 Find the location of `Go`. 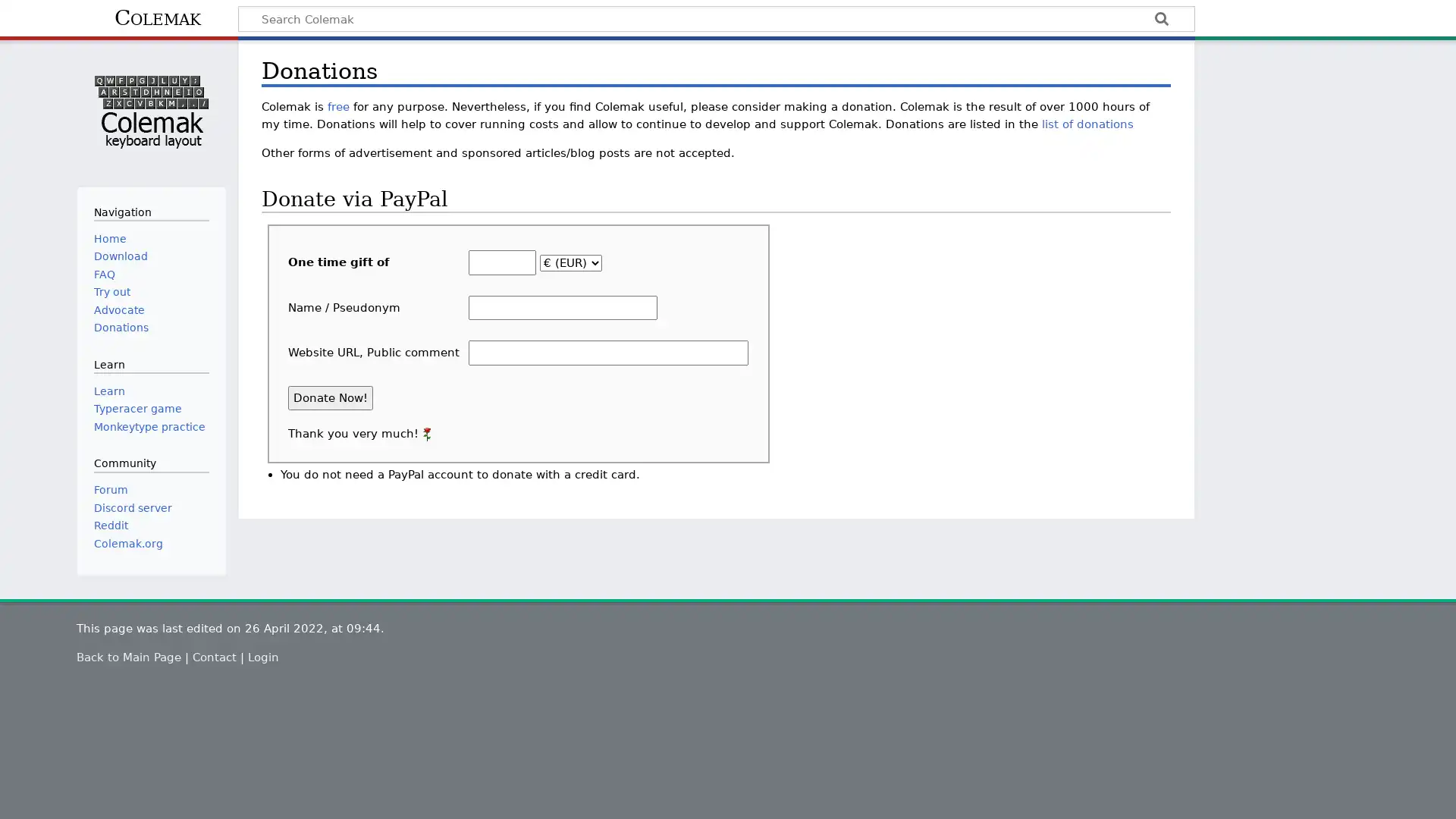

Go is located at coordinates (1160, 20).